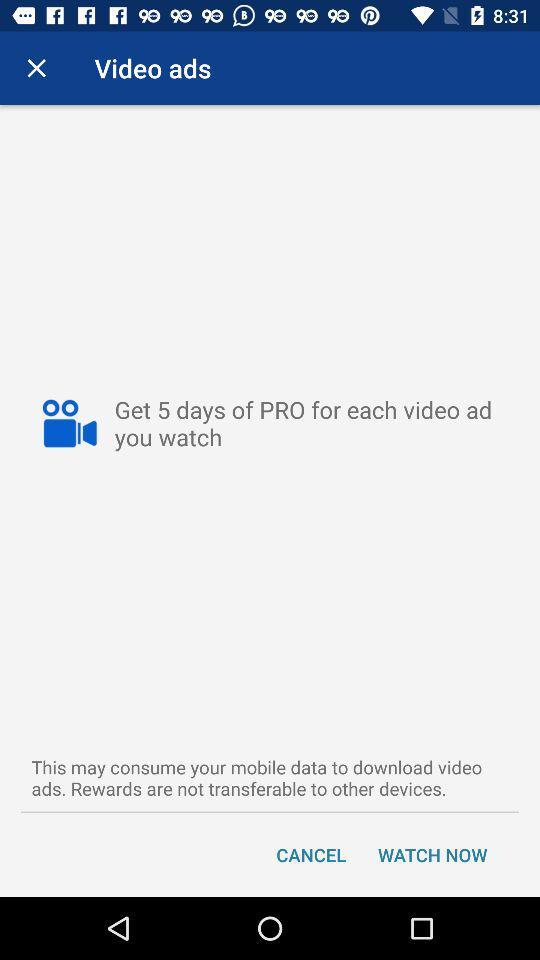  What do you see at coordinates (36, 68) in the screenshot?
I see `the item next to the video ads item` at bounding box center [36, 68].